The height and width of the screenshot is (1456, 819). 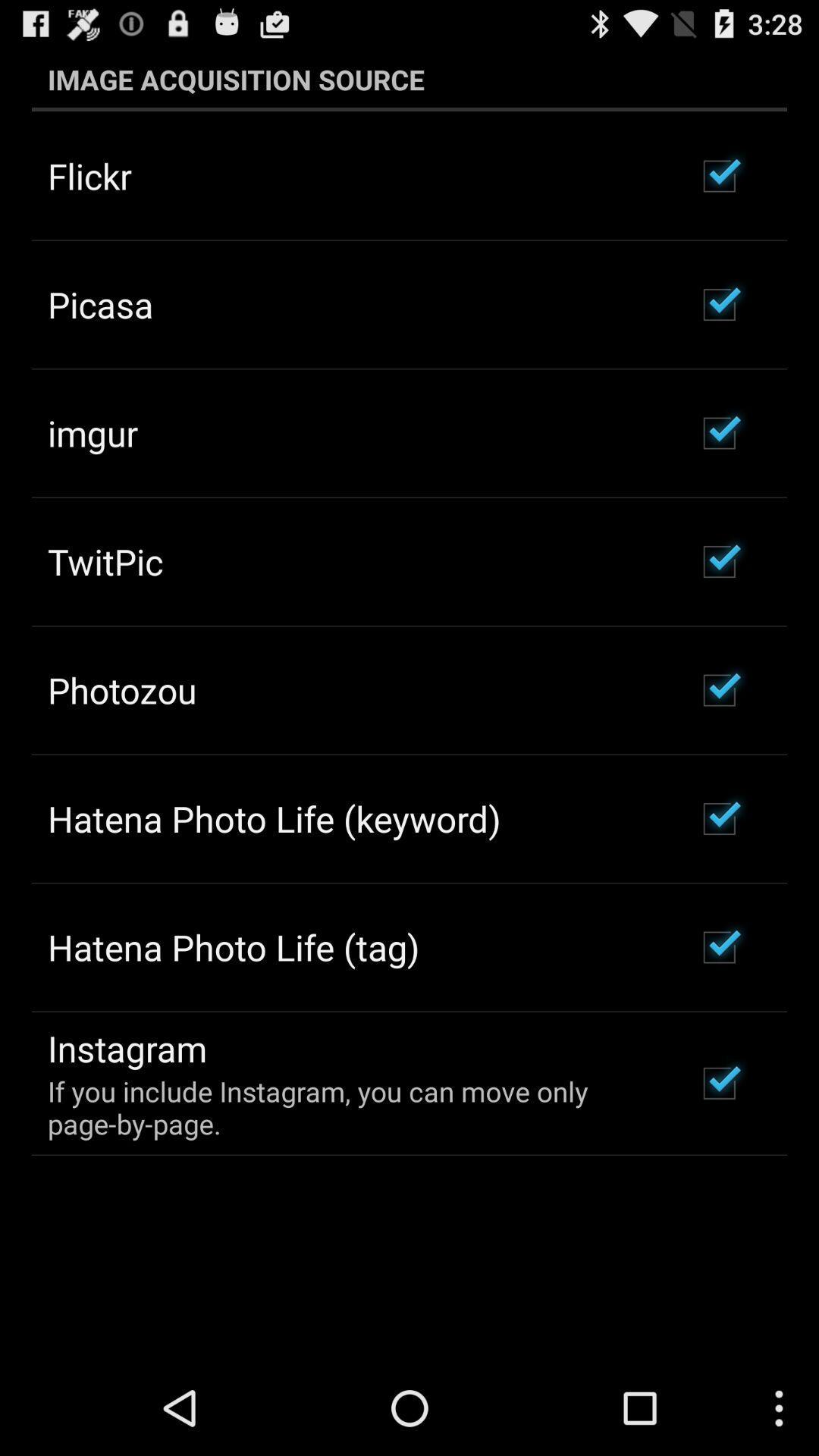 What do you see at coordinates (351, 1107) in the screenshot?
I see `the icon at the bottom` at bounding box center [351, 1107].